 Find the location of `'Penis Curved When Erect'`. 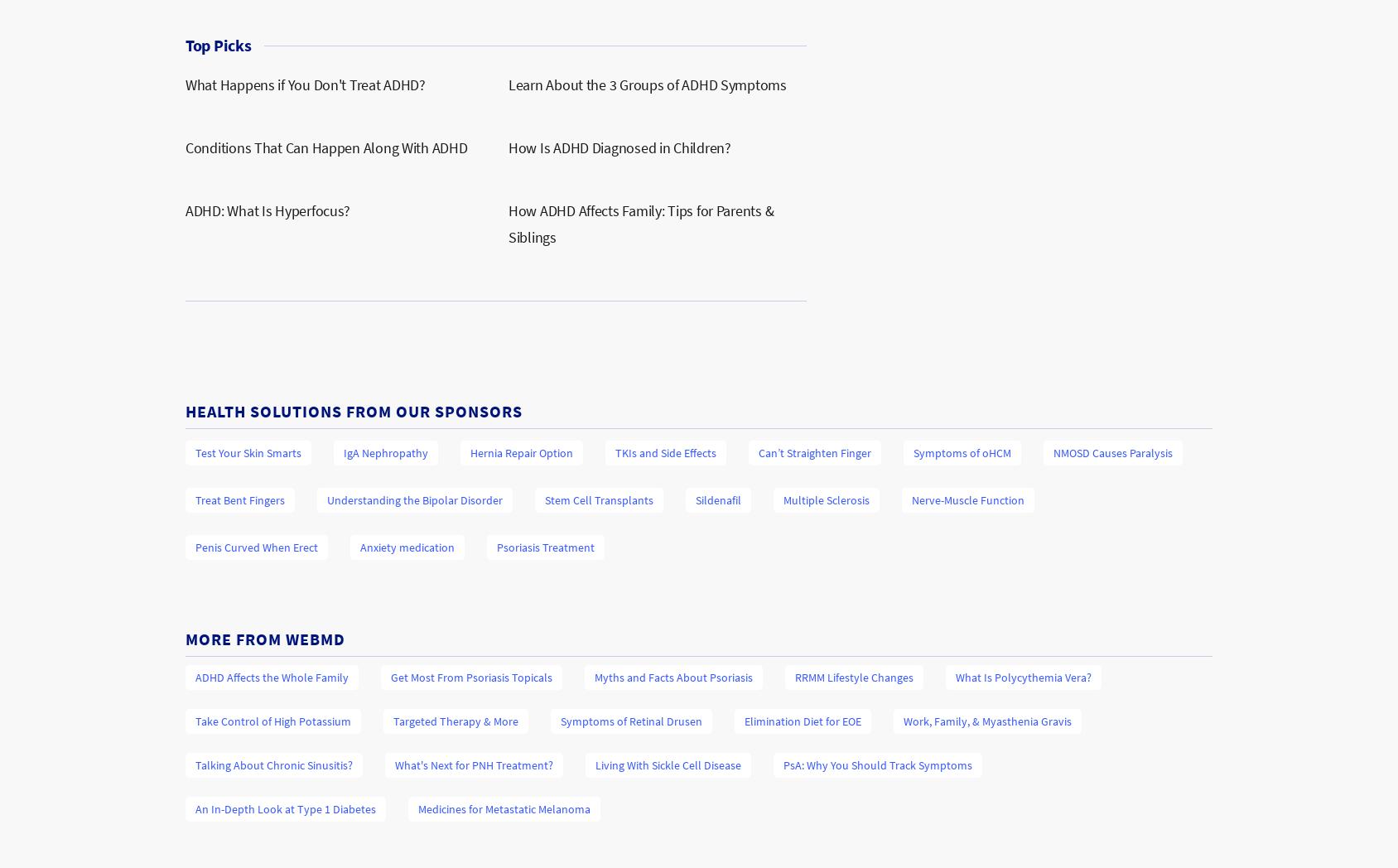

'Penis Curved When Erect' is located at coordinates (194, 547).